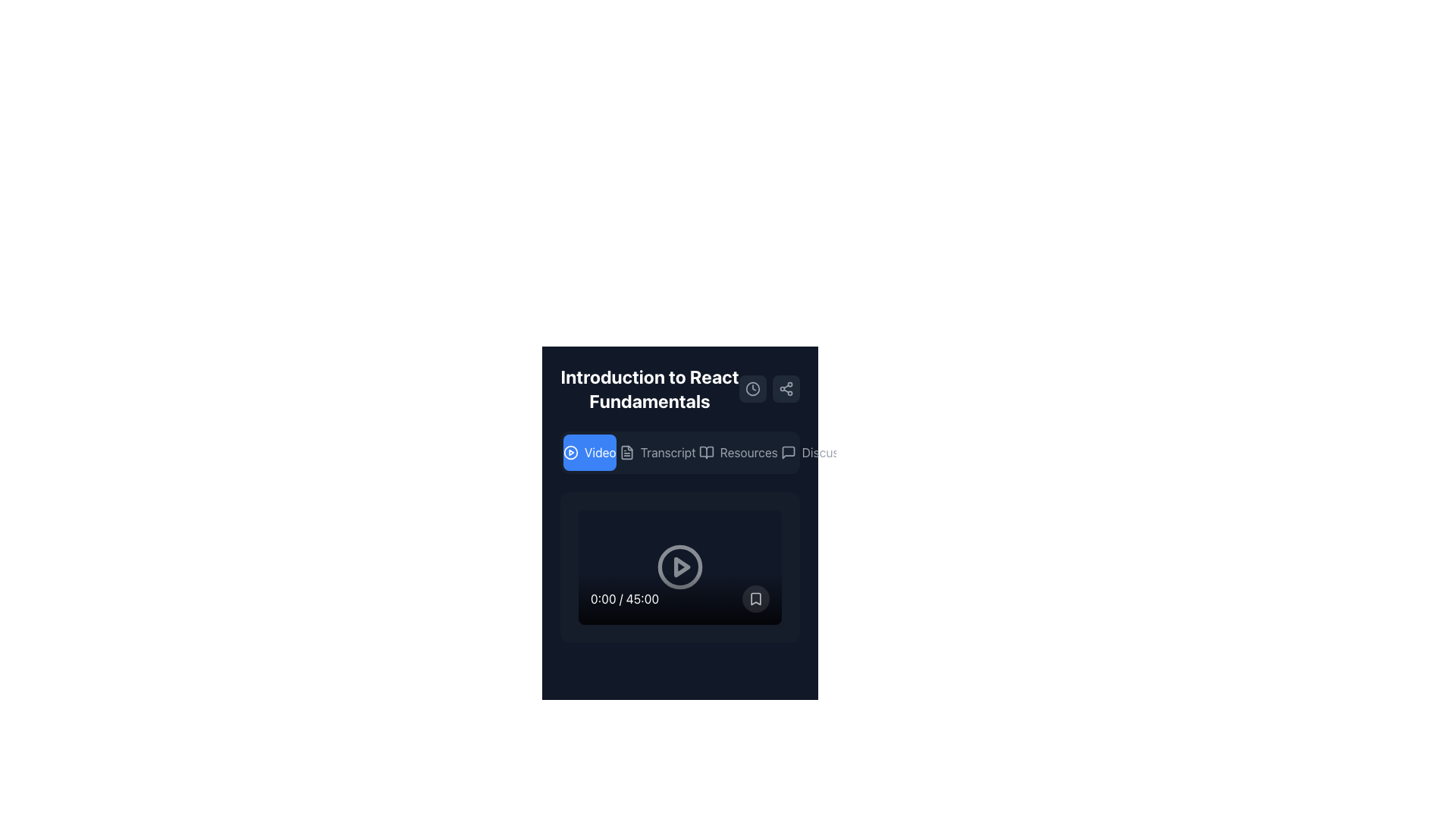 This screenshot has width=1456, height=819. What do you see at coordinates (756, 598) in the screenshot?
I see `the bookmark icon located near the bottom-right corner of the video playback section` at bounding box center [756, 598].